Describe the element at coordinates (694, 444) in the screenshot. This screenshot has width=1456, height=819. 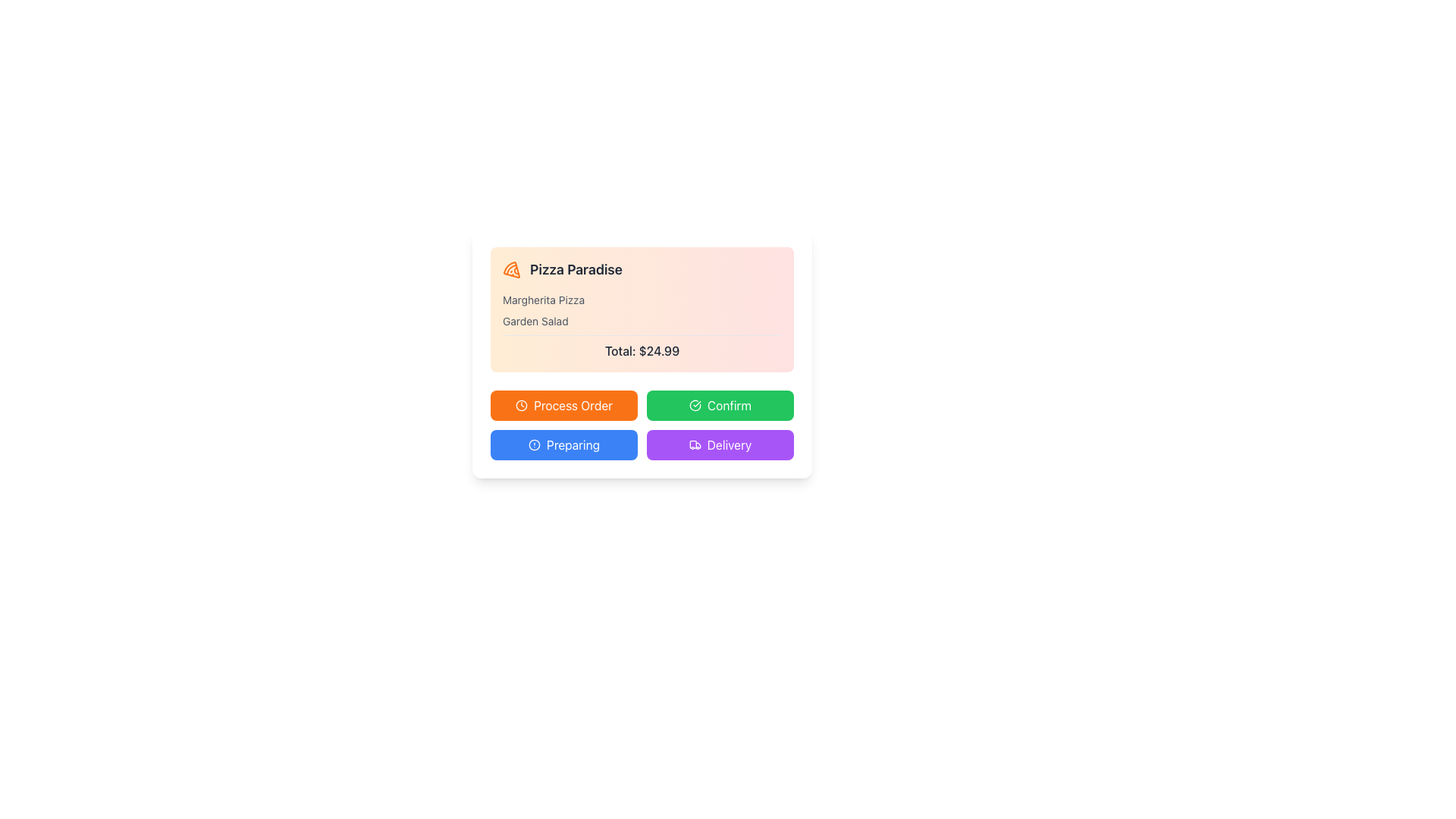
I see `the 'Delivery' button, which features a small white delivery truck icon on a purple background, located in the bottom right corner of a 2x2 grid of action buttons` at that location.